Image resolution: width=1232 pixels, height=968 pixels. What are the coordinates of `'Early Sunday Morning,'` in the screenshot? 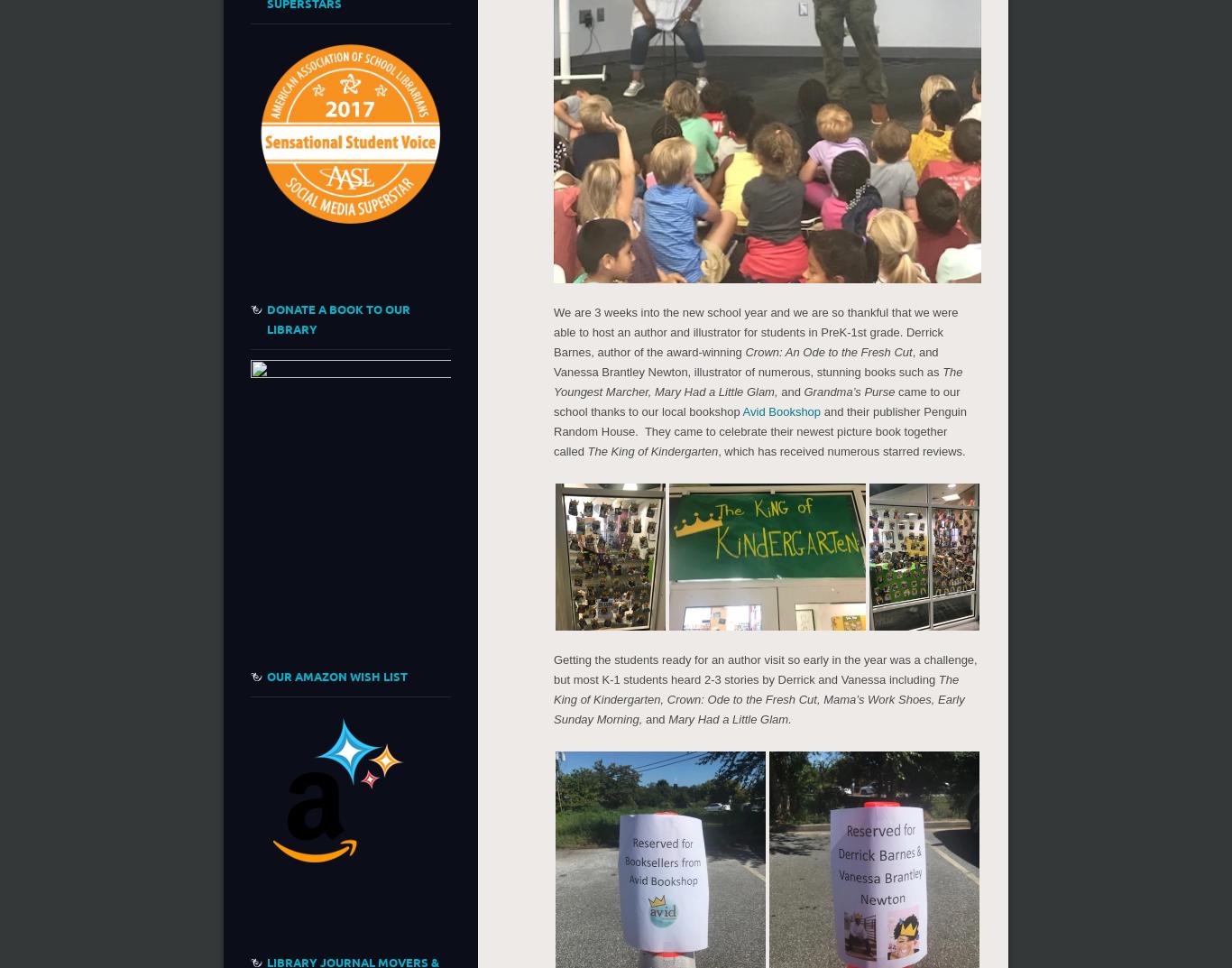 It's located at (553, 708).